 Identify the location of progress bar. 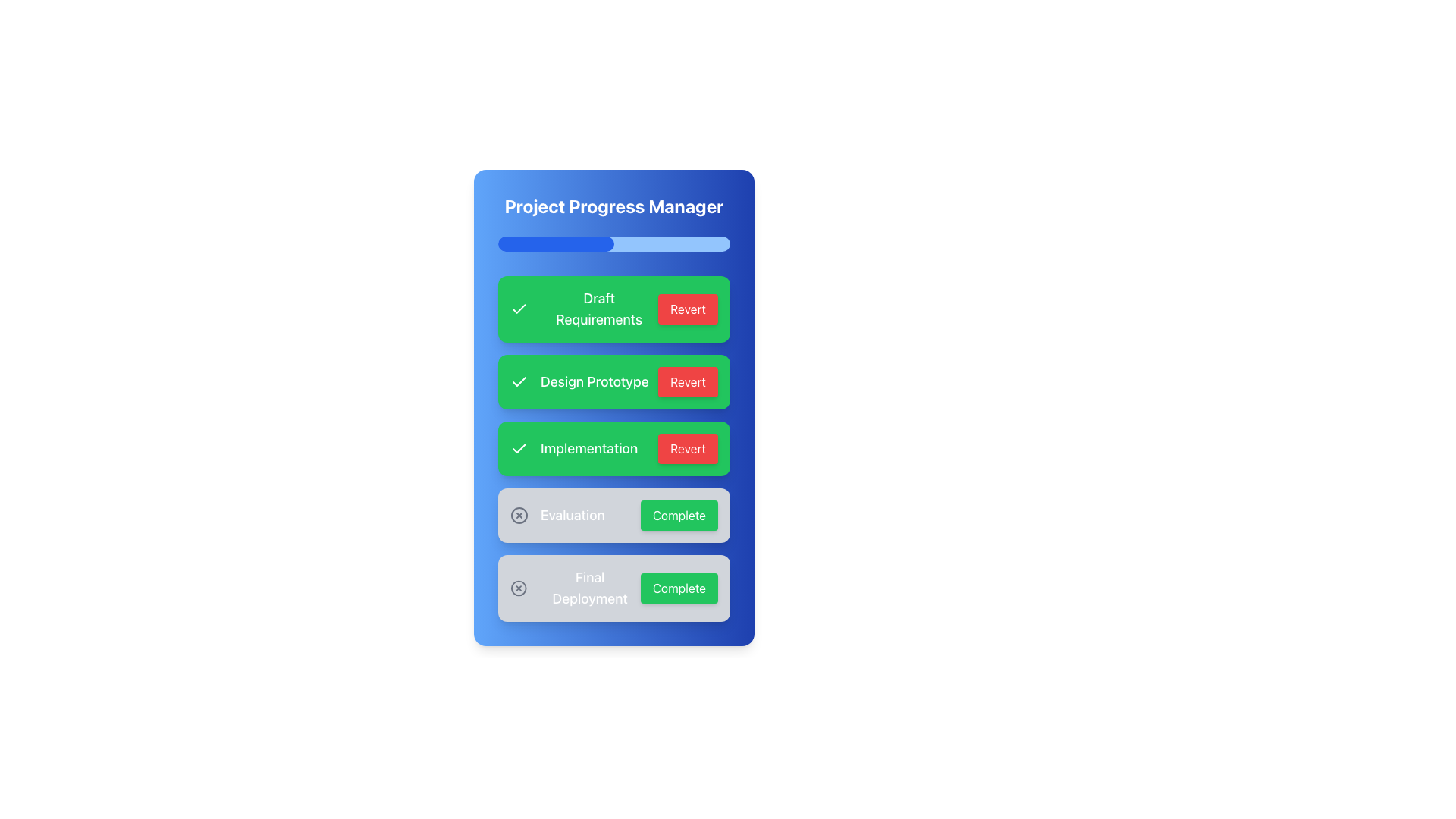
(604, 243).